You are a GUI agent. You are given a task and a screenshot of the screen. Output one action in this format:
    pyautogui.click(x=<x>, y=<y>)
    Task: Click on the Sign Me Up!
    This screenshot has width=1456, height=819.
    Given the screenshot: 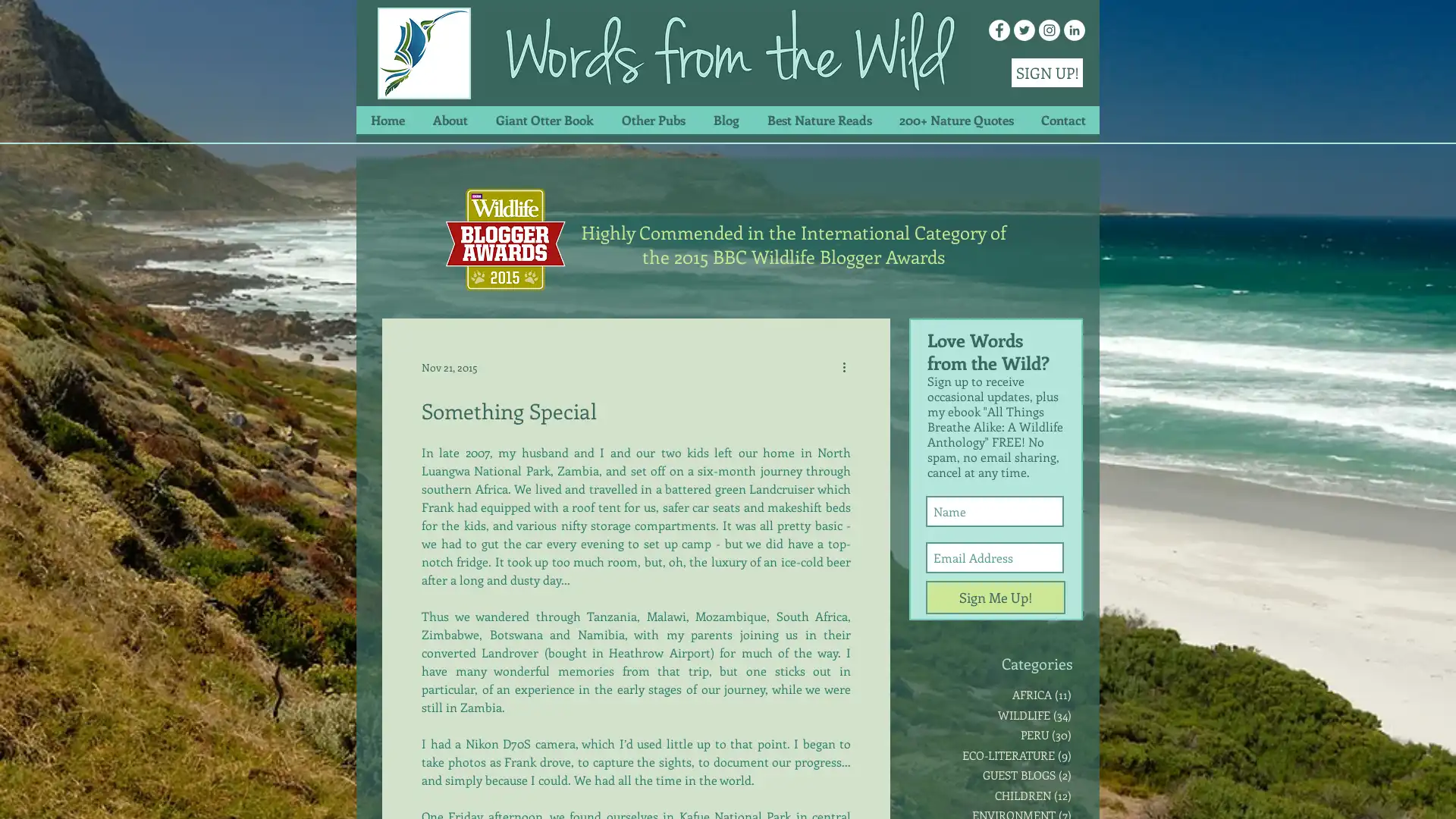 What is the action you would take?
    pyautogui.click(x=996, y=596)
    